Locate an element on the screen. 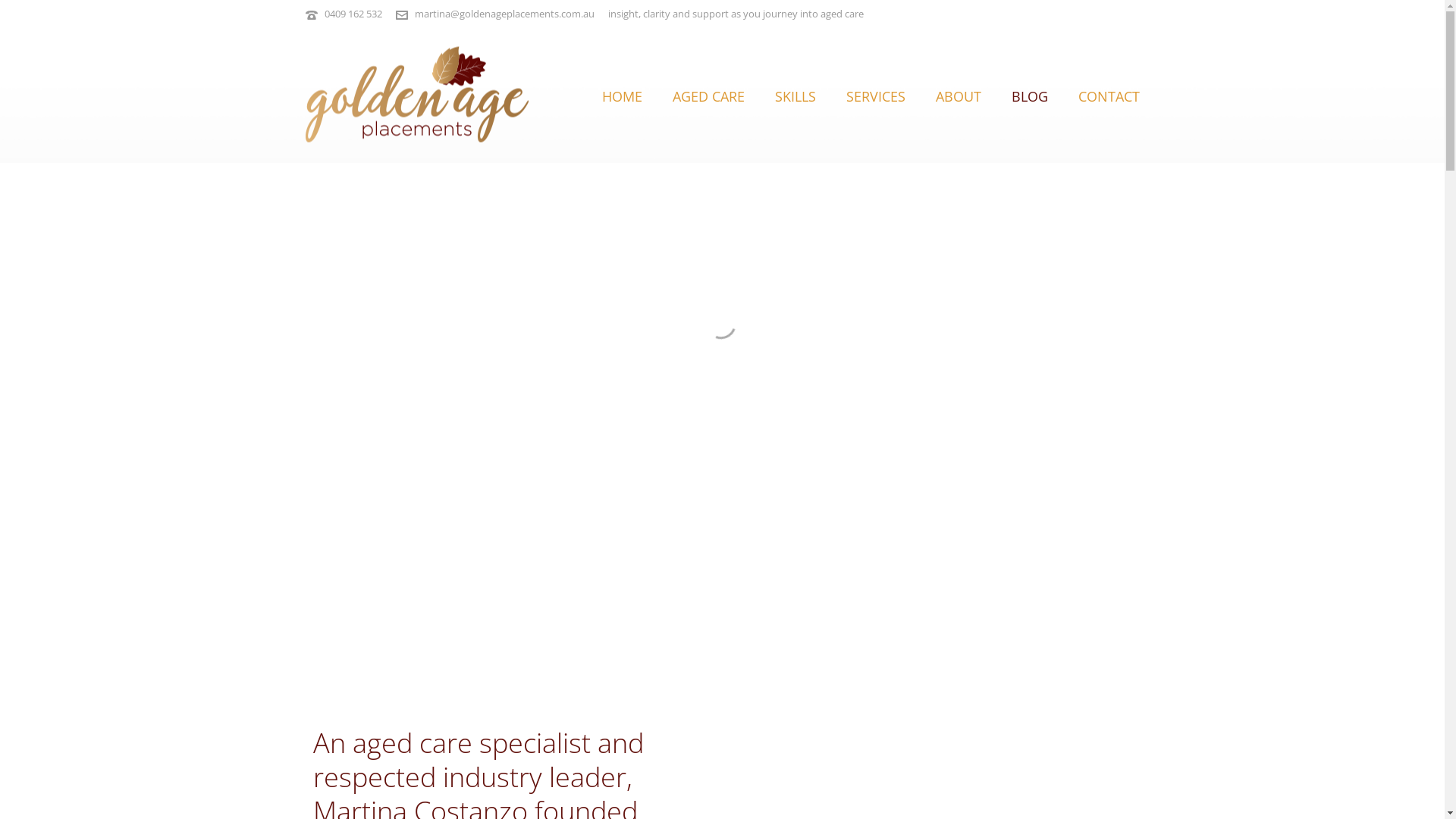 The image size is (1456, 819). 'HOME' is located at coordinates (622, 94).